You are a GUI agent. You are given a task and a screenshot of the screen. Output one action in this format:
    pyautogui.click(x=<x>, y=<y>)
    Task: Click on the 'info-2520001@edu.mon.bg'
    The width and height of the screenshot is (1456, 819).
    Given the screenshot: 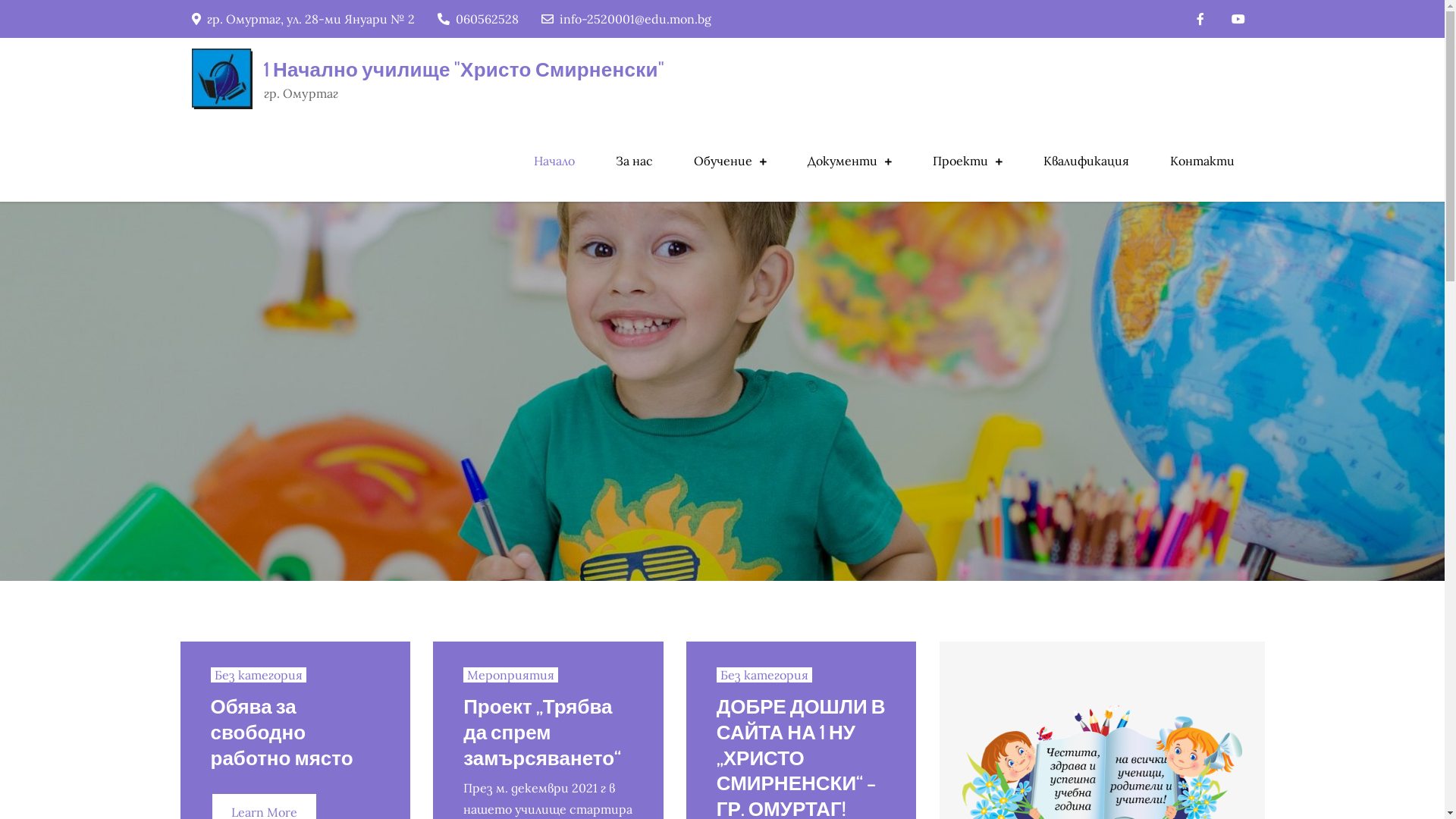 What is the action you would take?
    pyautogui.click(x=626, y=18)
    